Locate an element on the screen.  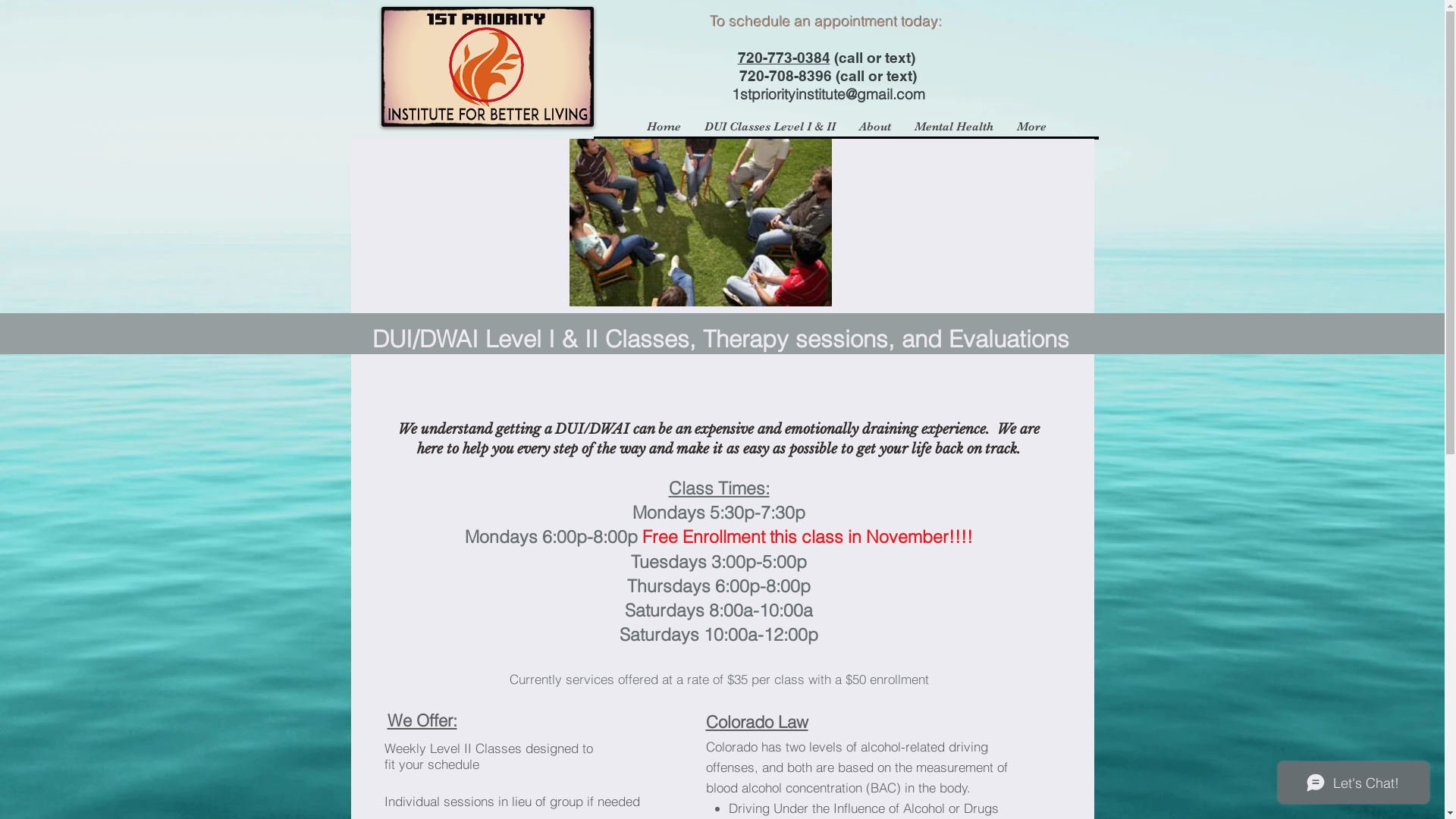
'Mental Health' is located at coordinates (952, 125).